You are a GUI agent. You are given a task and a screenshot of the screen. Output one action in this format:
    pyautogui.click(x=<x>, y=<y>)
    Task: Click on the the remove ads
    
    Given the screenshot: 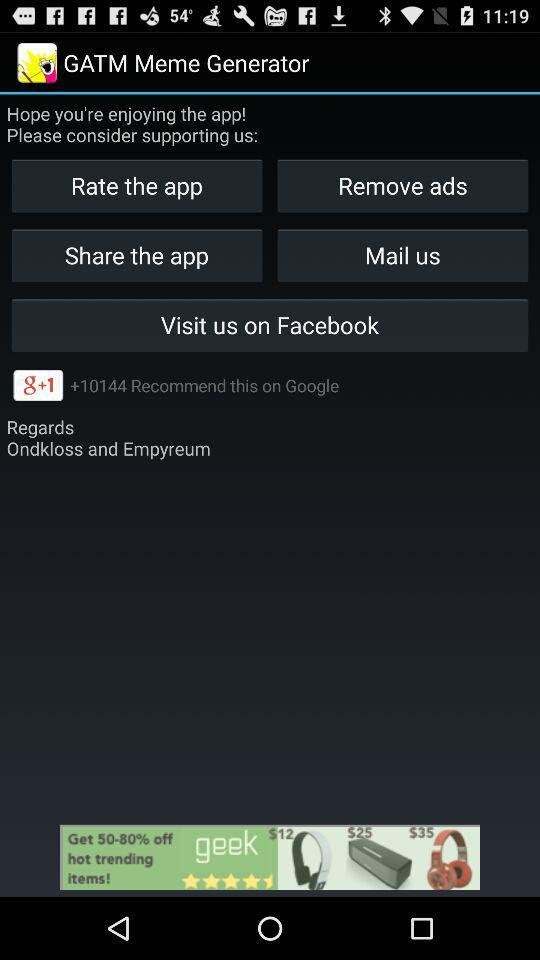 What is the action you would take?
    pyautogui.click(x=402, y=185)
    